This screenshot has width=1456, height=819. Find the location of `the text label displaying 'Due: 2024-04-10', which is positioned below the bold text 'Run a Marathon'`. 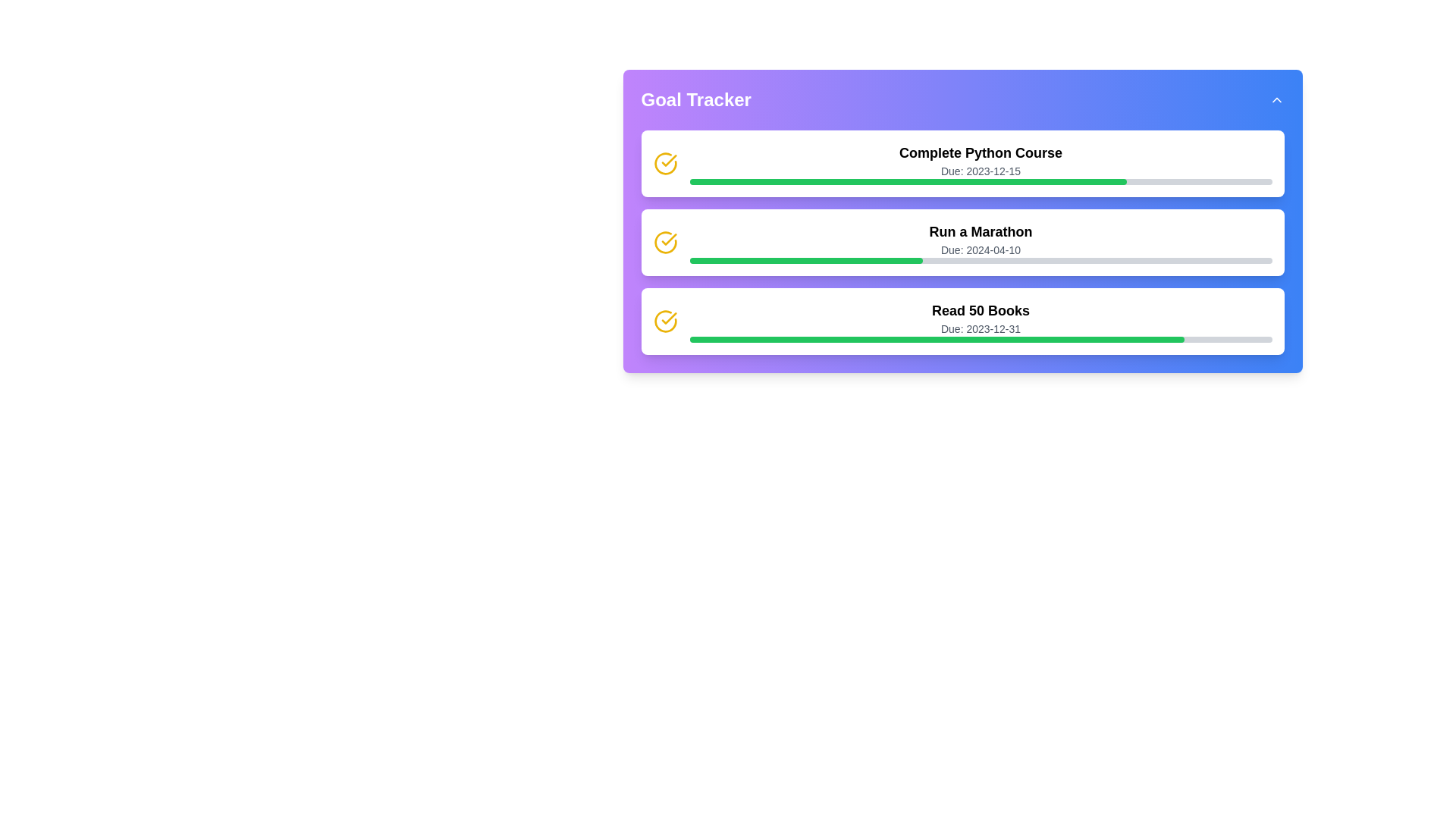

the text label displaying 'Due: 2024-04-10', which is positioned below the bold text 'Run a Marathon' is located at coordinates (981, 249).